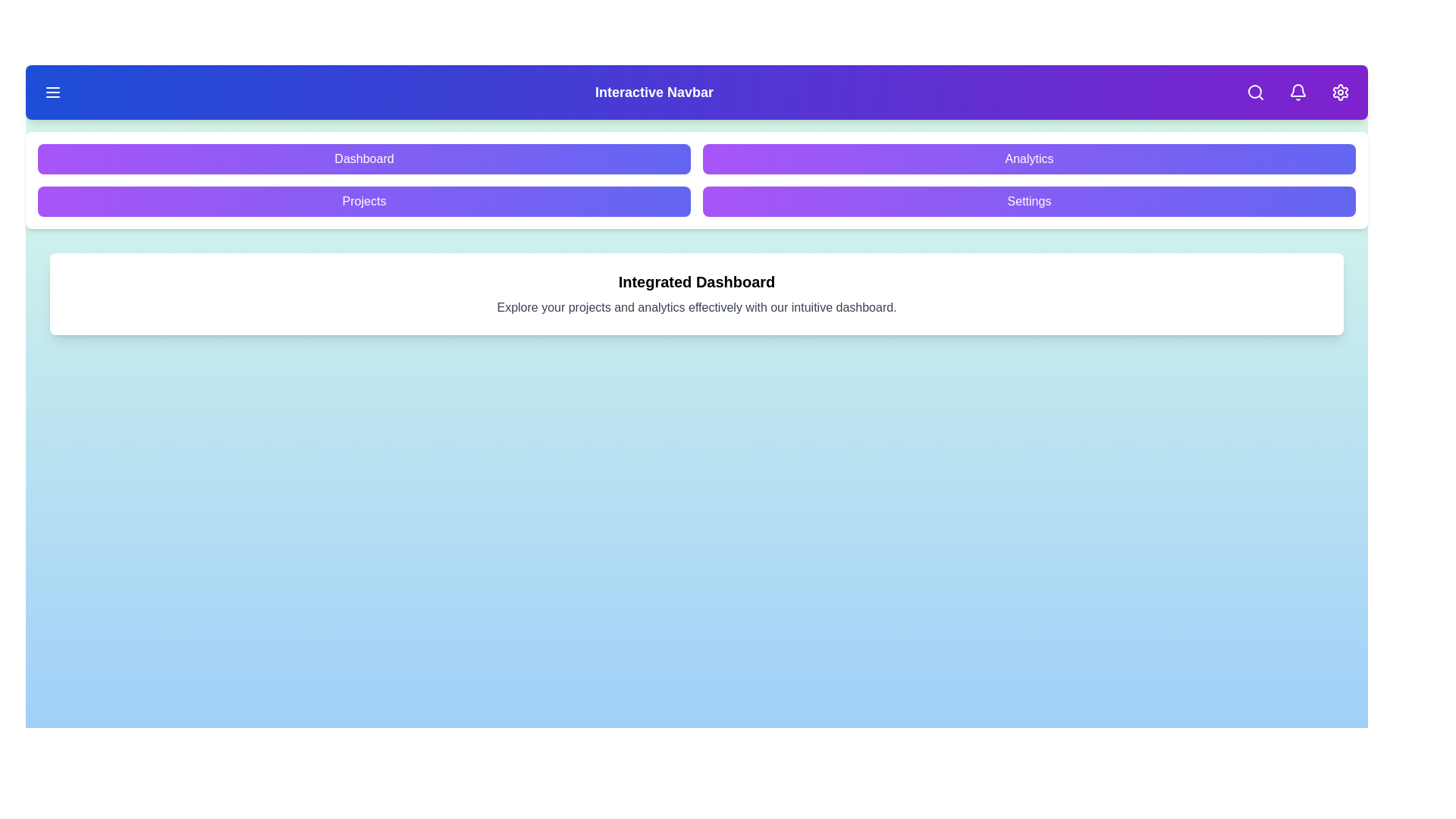  Describe the element at coordinates (1298, 93) in the screenshot. I see `the 'Notifications' button in the navbar` at that location.